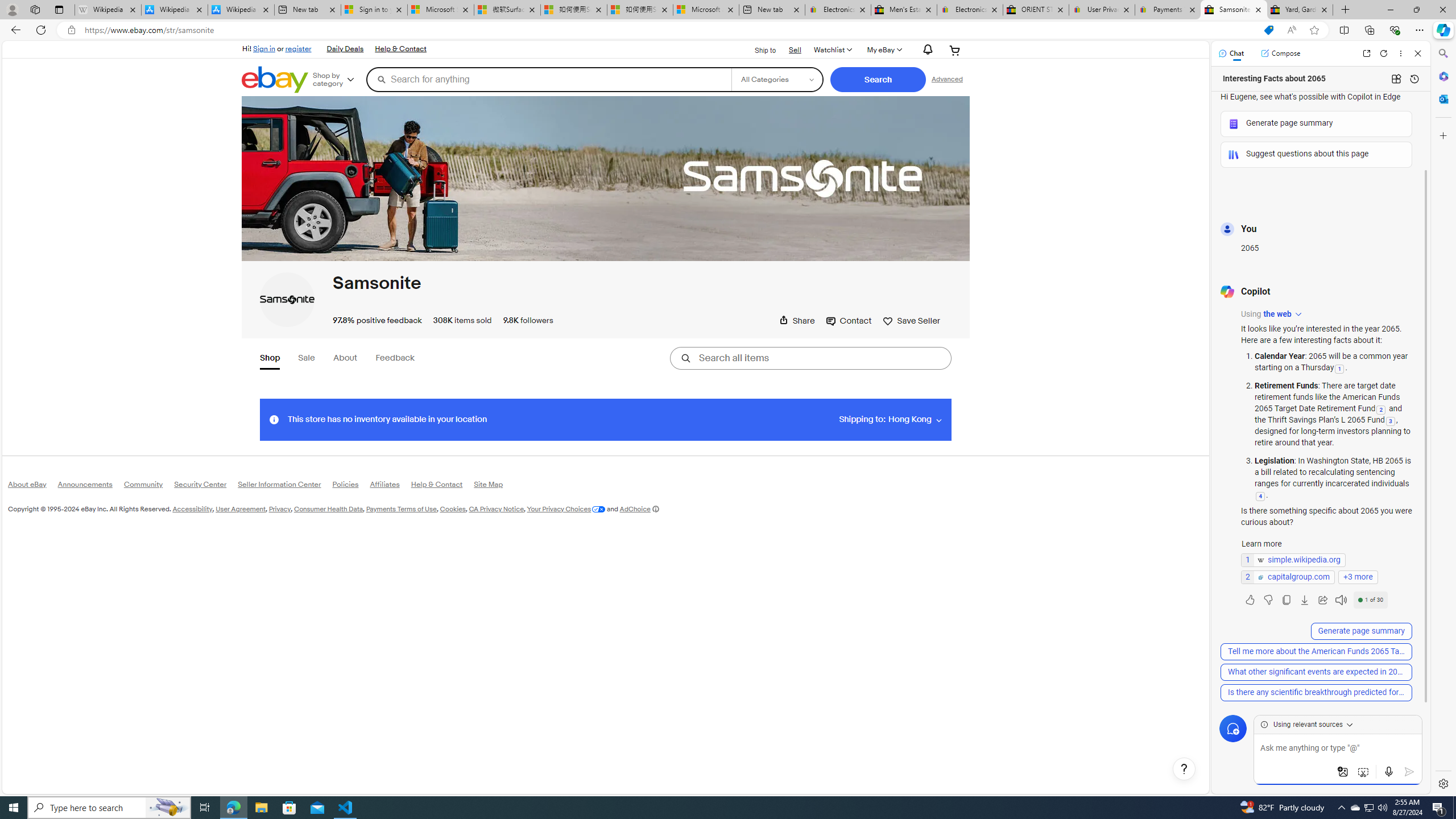 The image size is (1456, 819). What do you see at coordinates (925, 50) in the screenshot?
I see `'AutomationID: gh-eb-Alerts'` at bounding box center [925, 50].